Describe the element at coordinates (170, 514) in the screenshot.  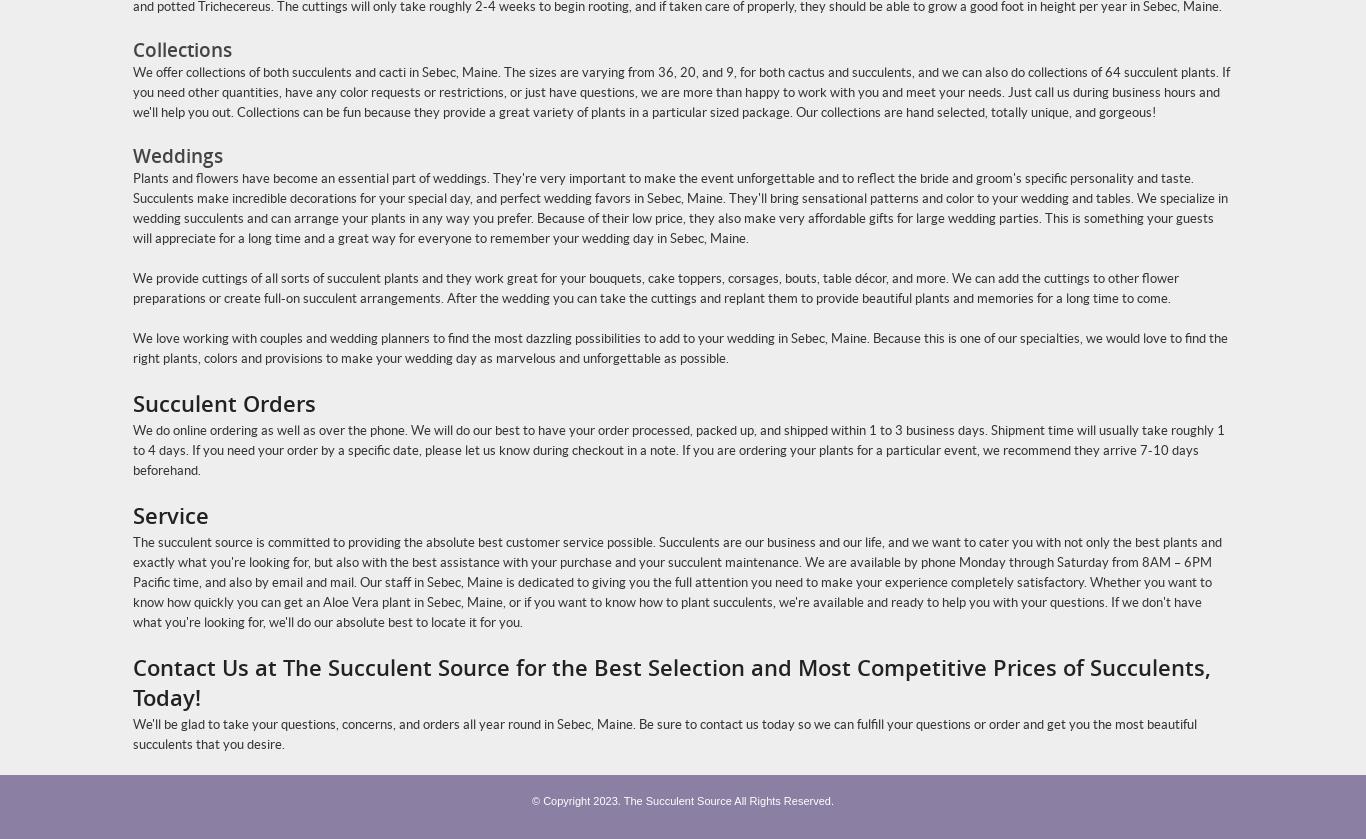
I see `'Service'` at that location.